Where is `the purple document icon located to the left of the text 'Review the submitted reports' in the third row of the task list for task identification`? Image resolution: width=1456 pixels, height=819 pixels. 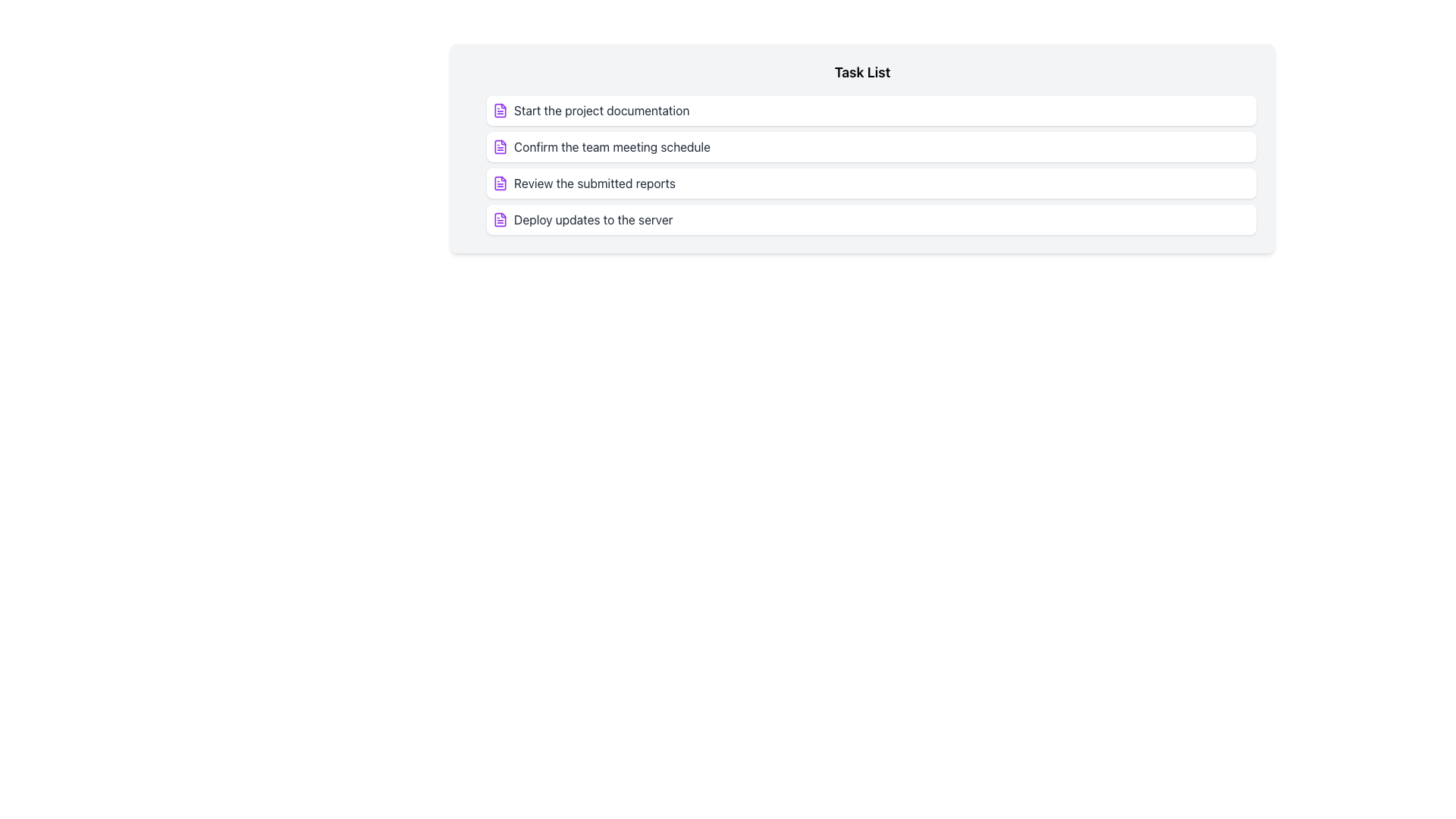 the purple document icon located to the left of the text 'Review the submitted reports' in the third row of the task list for task identification is located at coordinates (500, 183).